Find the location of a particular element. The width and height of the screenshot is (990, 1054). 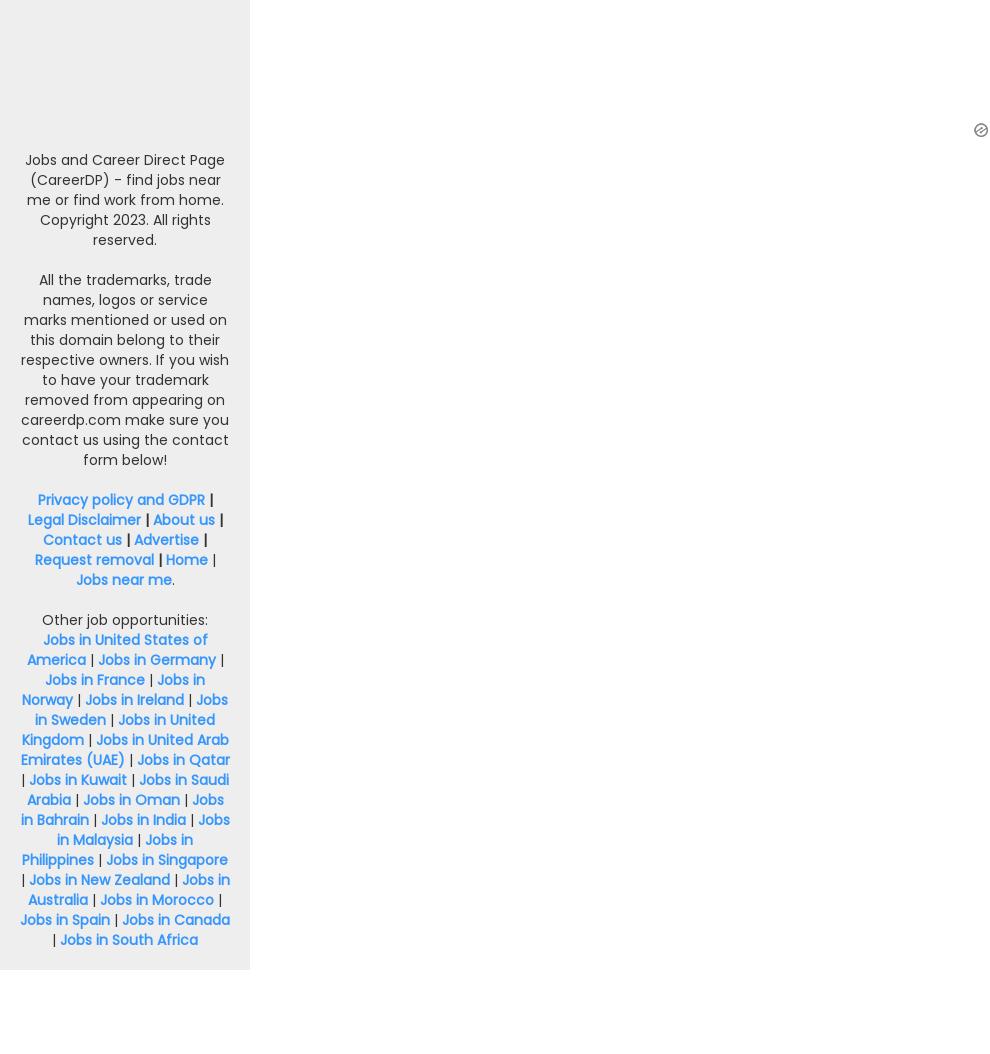

'Jobs in Malaysia' is located at coordinates (57, 827).